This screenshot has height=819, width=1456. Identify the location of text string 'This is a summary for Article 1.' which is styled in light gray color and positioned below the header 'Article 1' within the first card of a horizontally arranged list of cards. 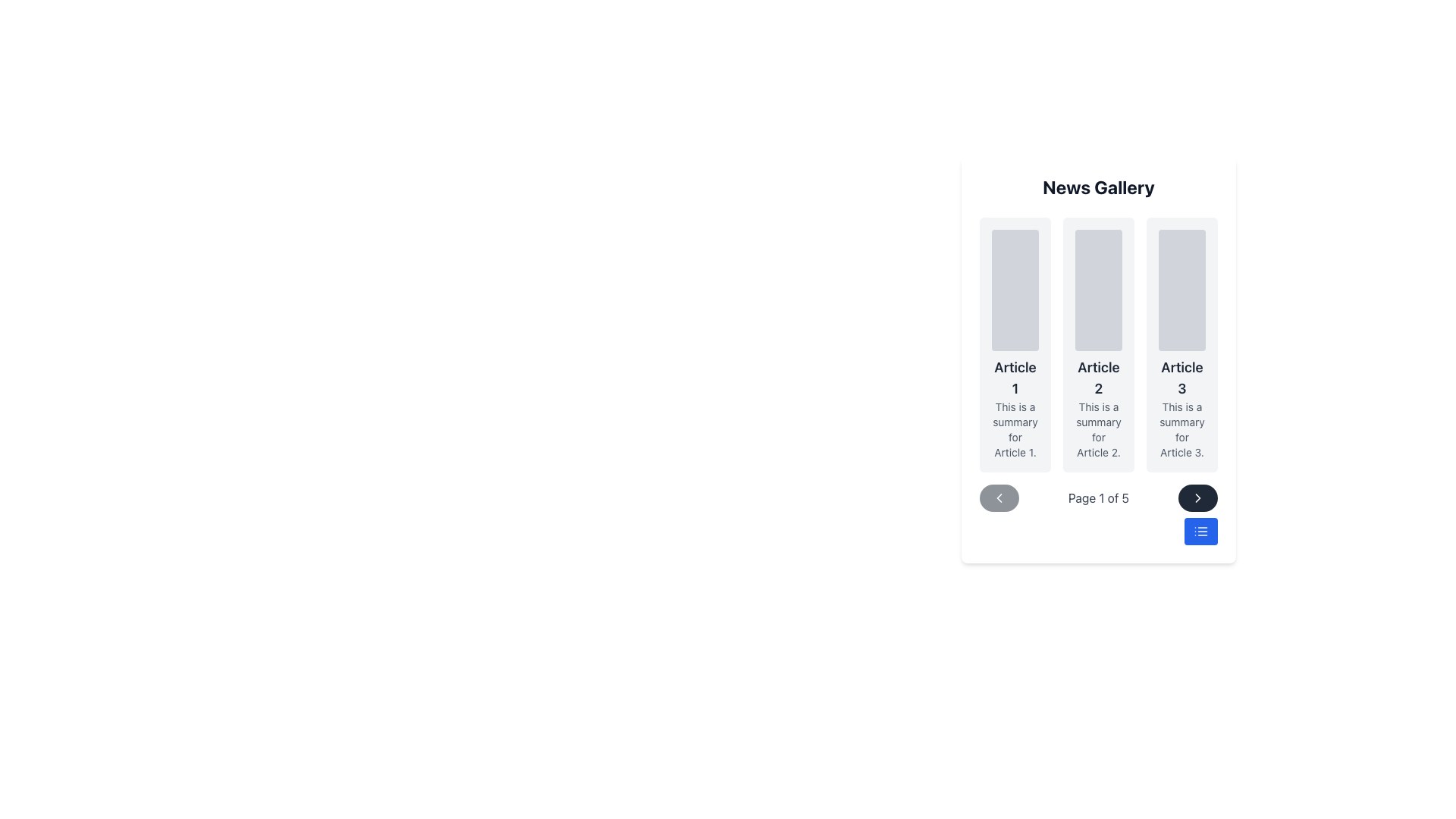
(1015, 430).